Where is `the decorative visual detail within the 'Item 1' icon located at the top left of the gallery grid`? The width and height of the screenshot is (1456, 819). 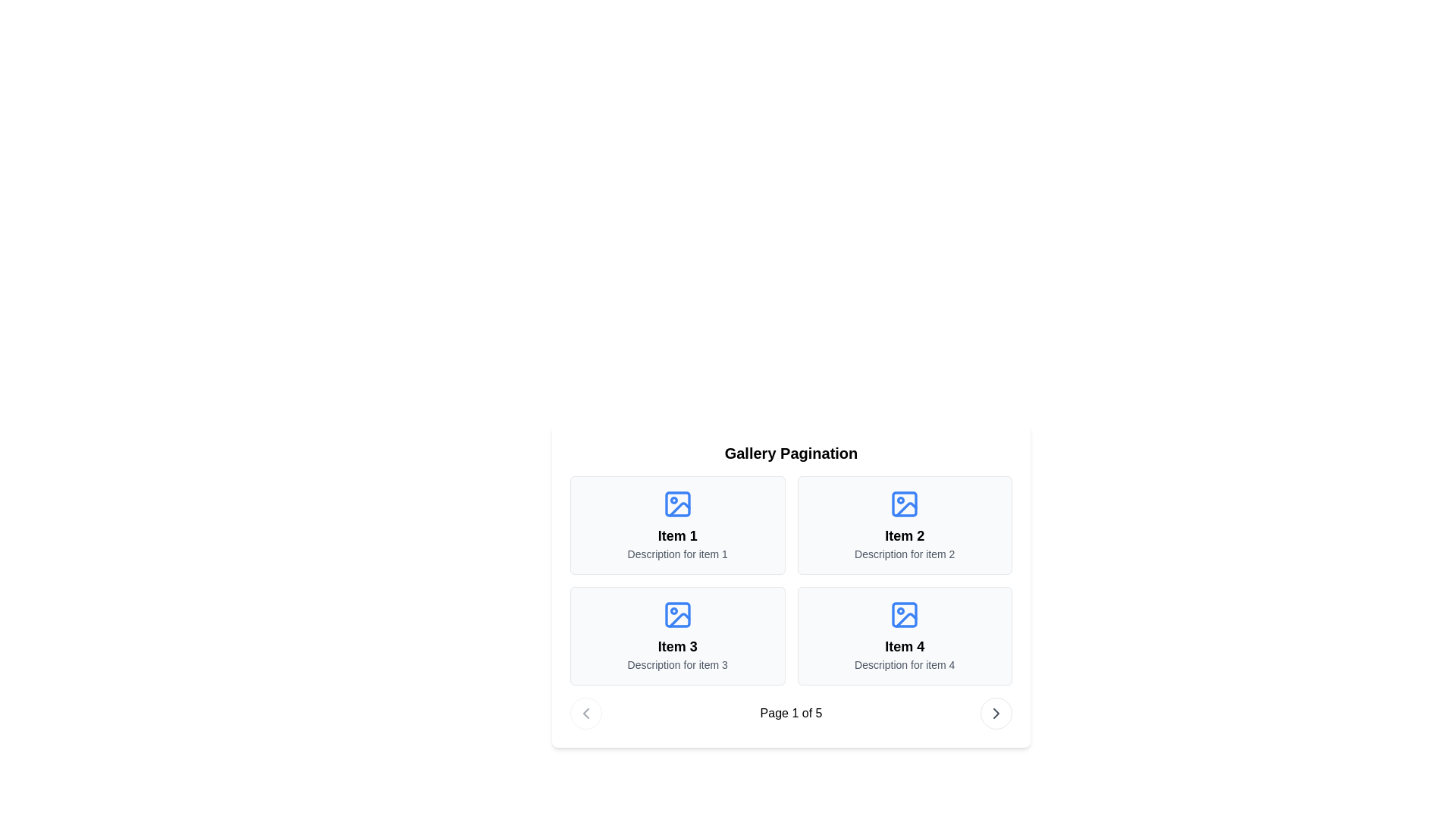
the decorative visual detail within the 'Item 1' icon located at the top left of the gallery grid is located at coordinates (679, 509).